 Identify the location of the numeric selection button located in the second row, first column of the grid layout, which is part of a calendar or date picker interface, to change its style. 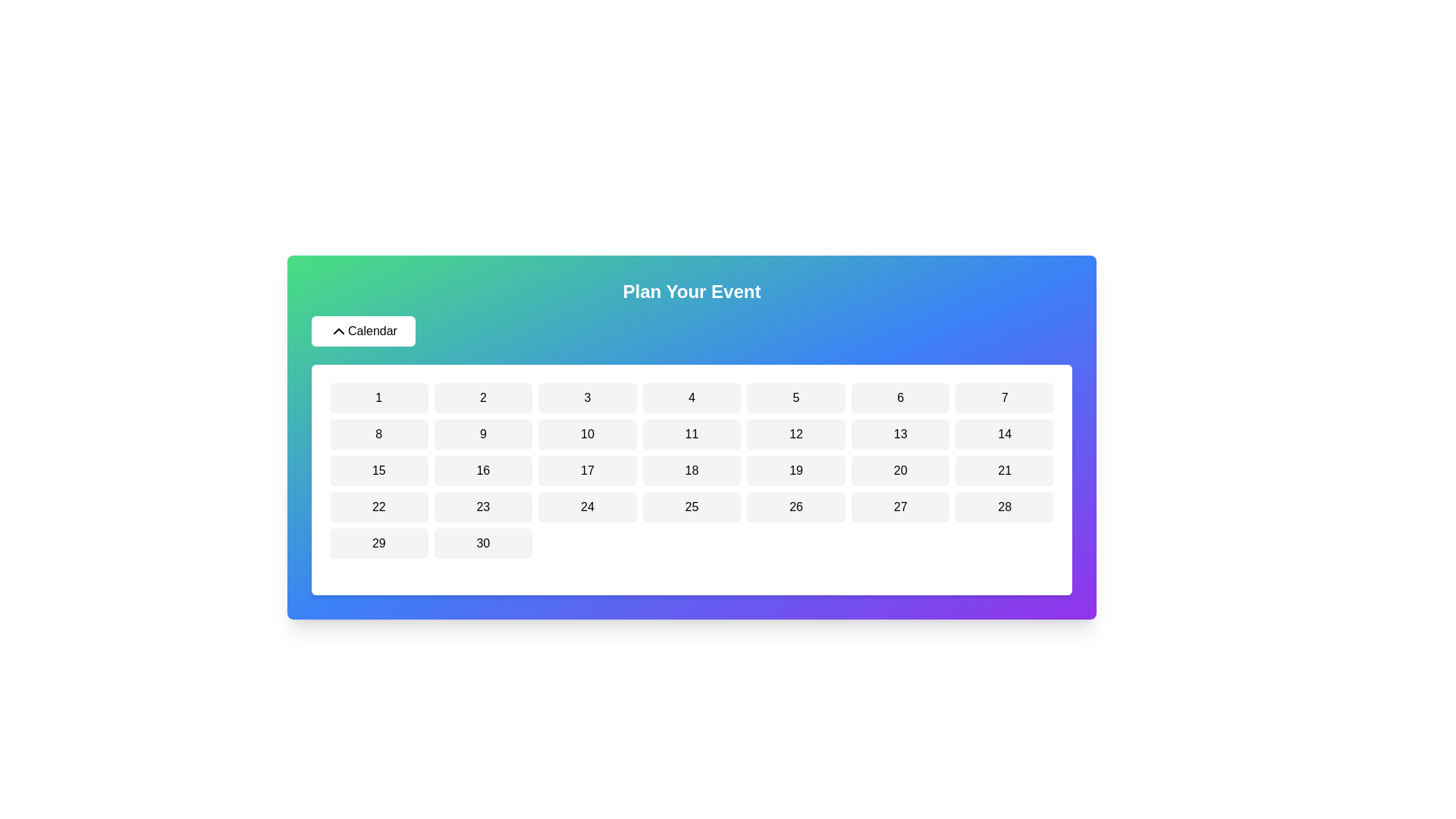
(378, 435).